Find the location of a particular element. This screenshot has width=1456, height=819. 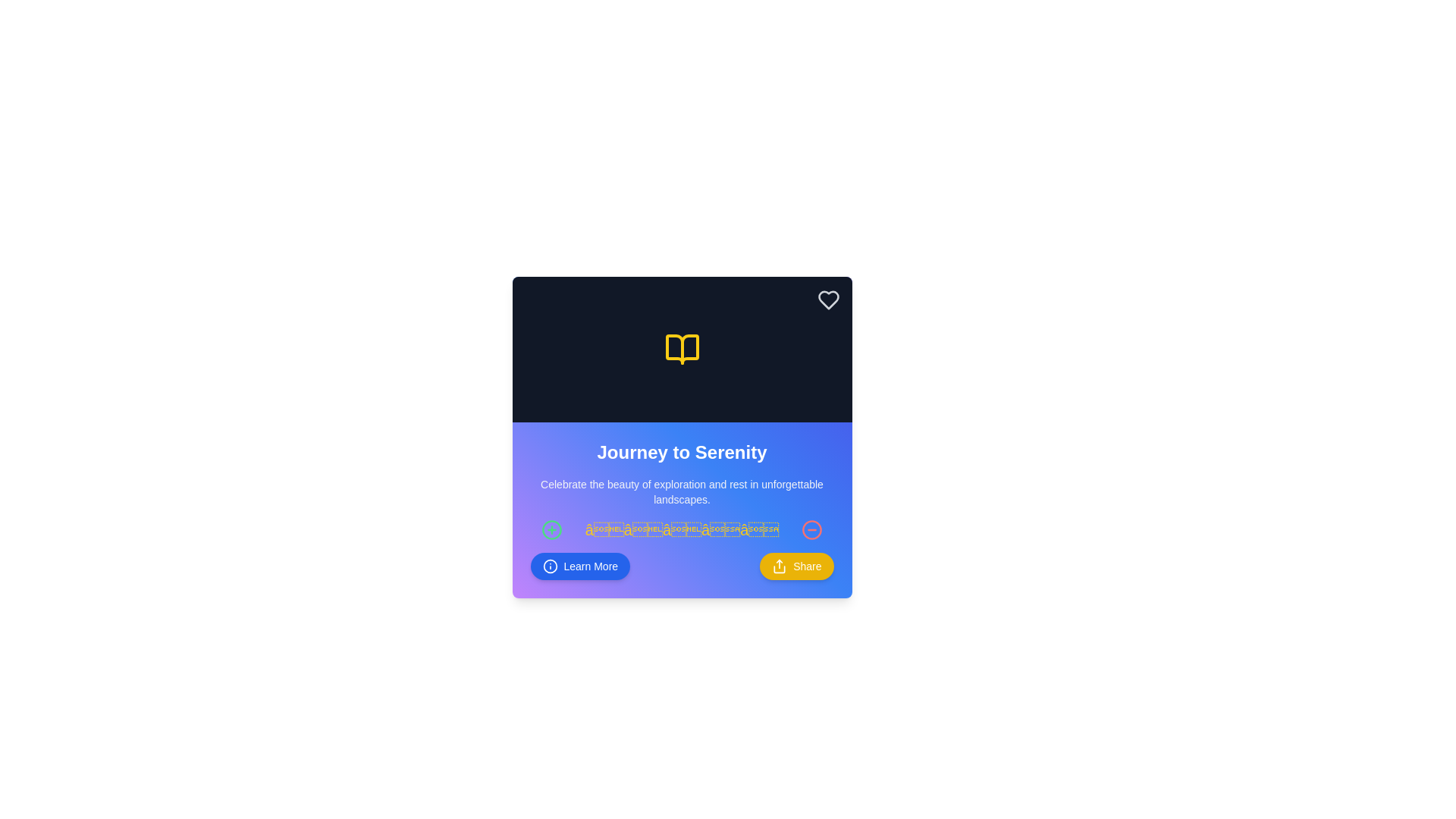

the design of the sharing icon located to the left of the 'Share' text label within the Share button at the bottom-right of the interface is located at coordinates (780, 566).